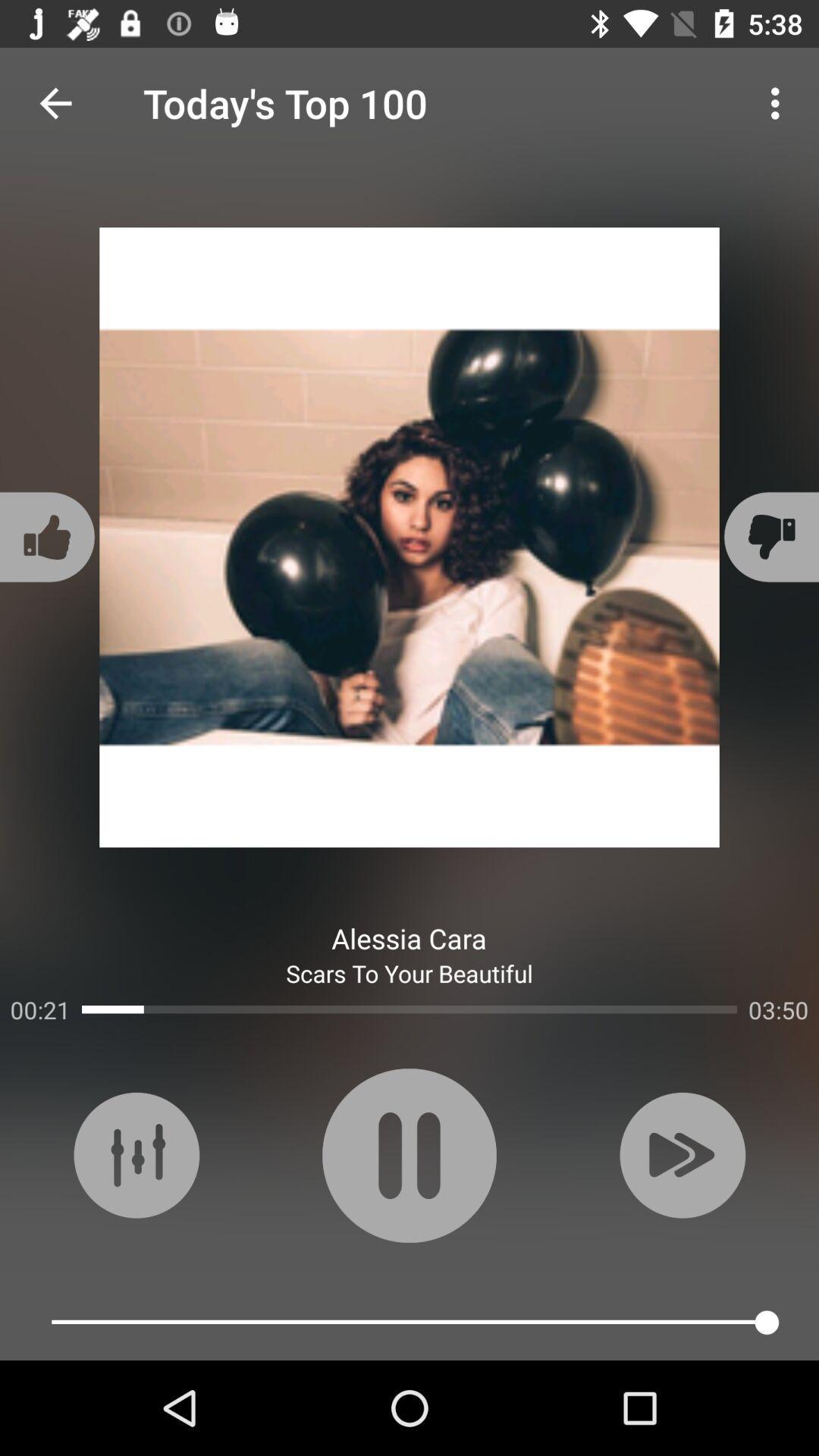 This screenshot has width=819, height=1456. I want to click on the item on the right, so click(769, 537).